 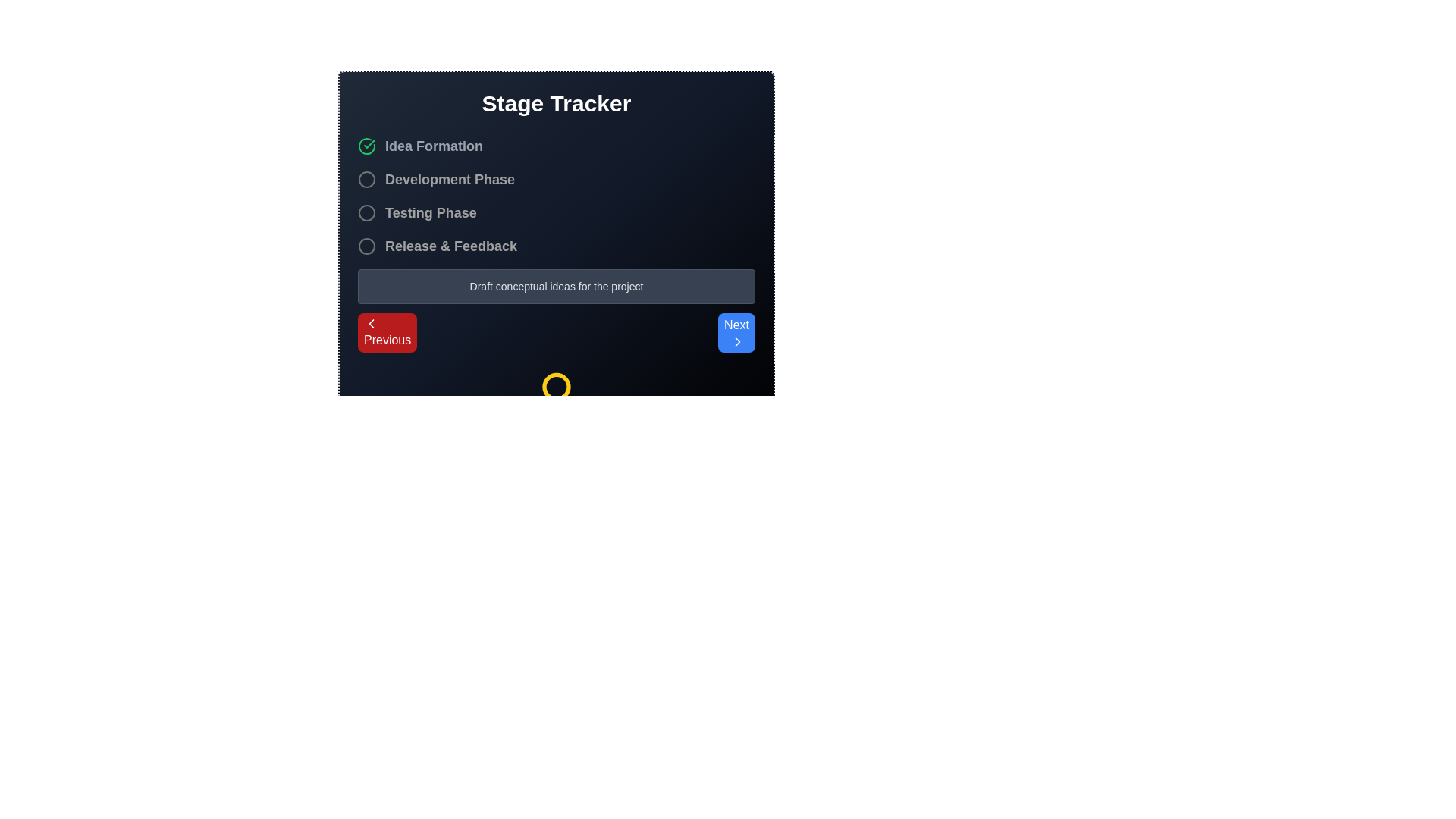 What do you see at coordinates (556, 385) in the screenshot?
I see `the SVG circle element located at the bottom-center of the dialog box, which serves as a graphical indicator of status or stage` at bounding box center [556, 385].